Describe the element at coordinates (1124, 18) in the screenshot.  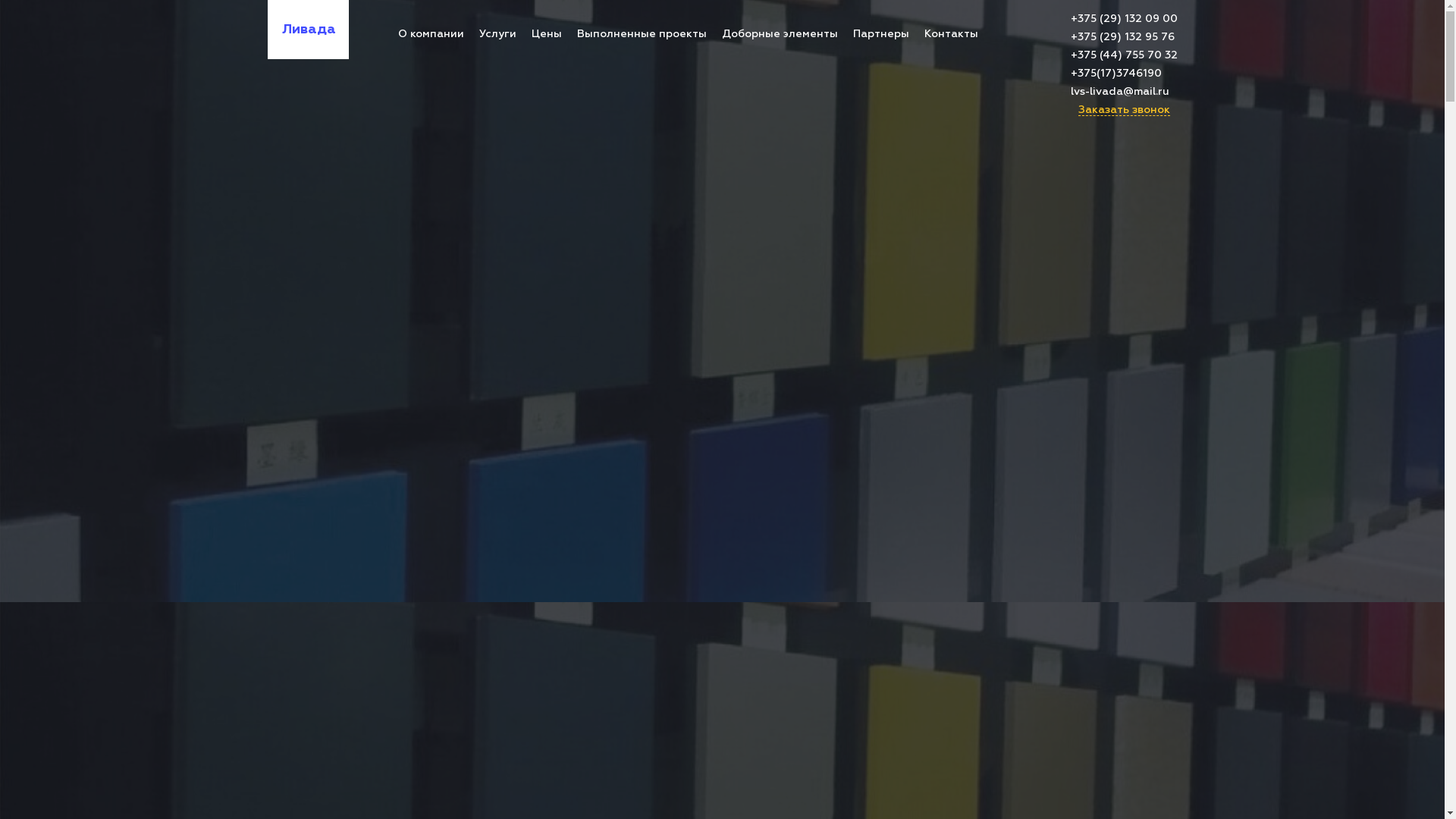
I see `'+375 (29) 132 09 00'` at that location.